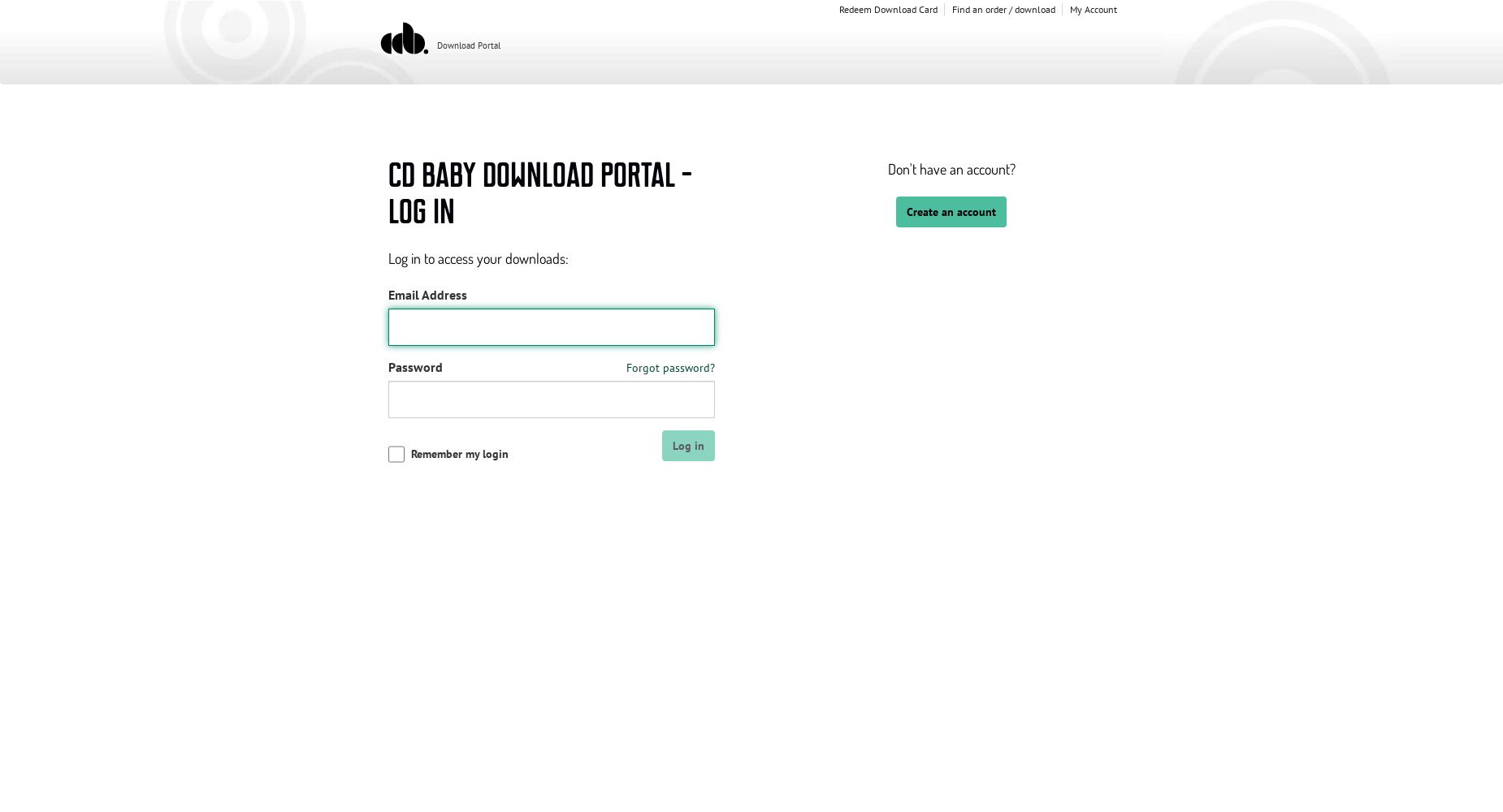 This screenshot has height=812, width=1503. What do you see at coordinates (837, 9) in the screenshot?
I see `'Redeem Download Card'` at bounding box center [837, 9].